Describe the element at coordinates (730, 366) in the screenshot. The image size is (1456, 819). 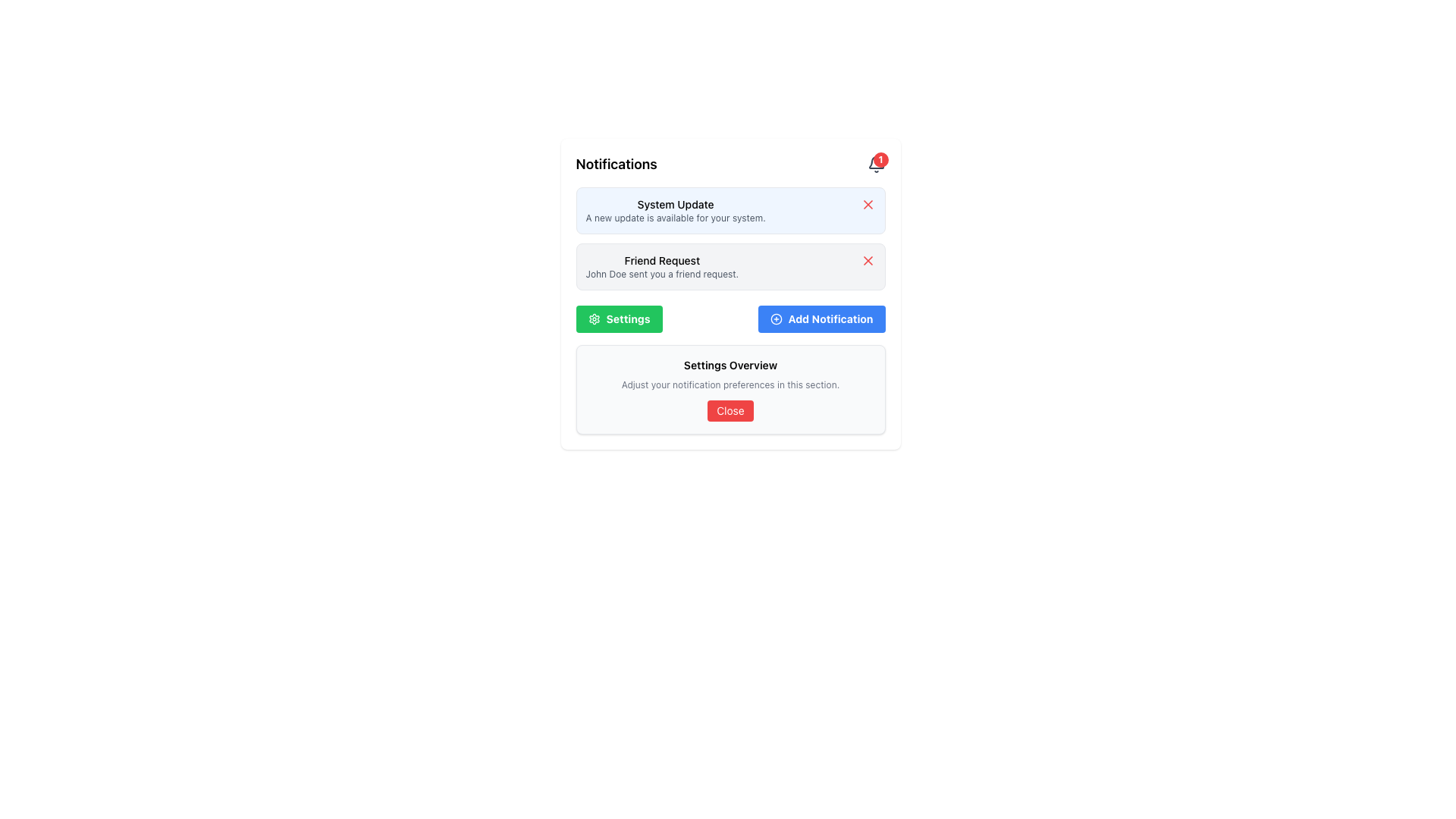
I see `the non-interactive text label that serves as a title for the settings overview section, located above the notification preferences text and the 'Close' button` at that location.